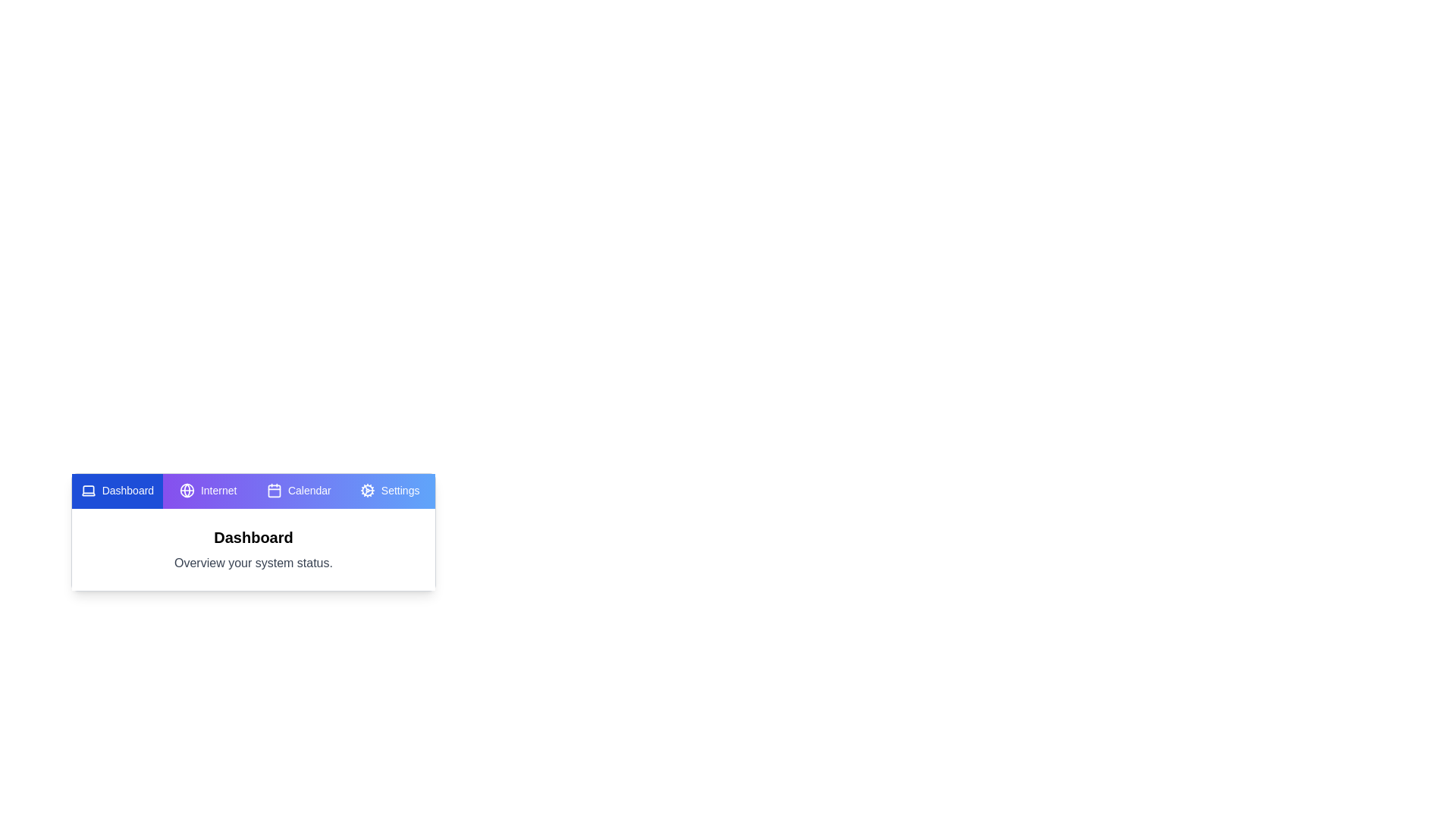 The image size is (1456, 819). Describe the element at coordinates (116, 491) in the screenshot. I see `the tab labeled Dashboard to view its content` at that location.